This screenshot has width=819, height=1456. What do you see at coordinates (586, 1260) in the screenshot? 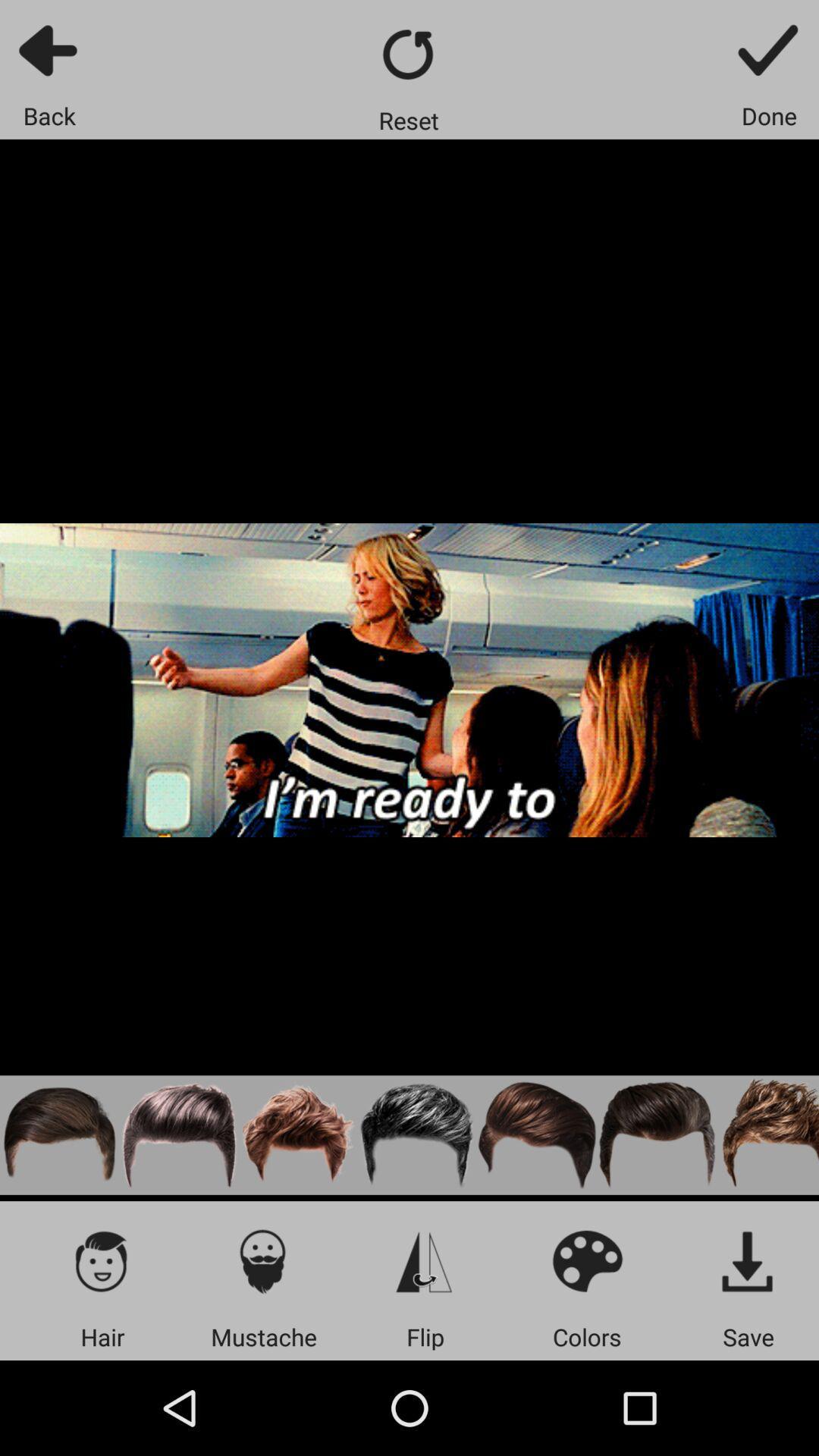
I see `colors menu` at bounding box center [586, 1260].